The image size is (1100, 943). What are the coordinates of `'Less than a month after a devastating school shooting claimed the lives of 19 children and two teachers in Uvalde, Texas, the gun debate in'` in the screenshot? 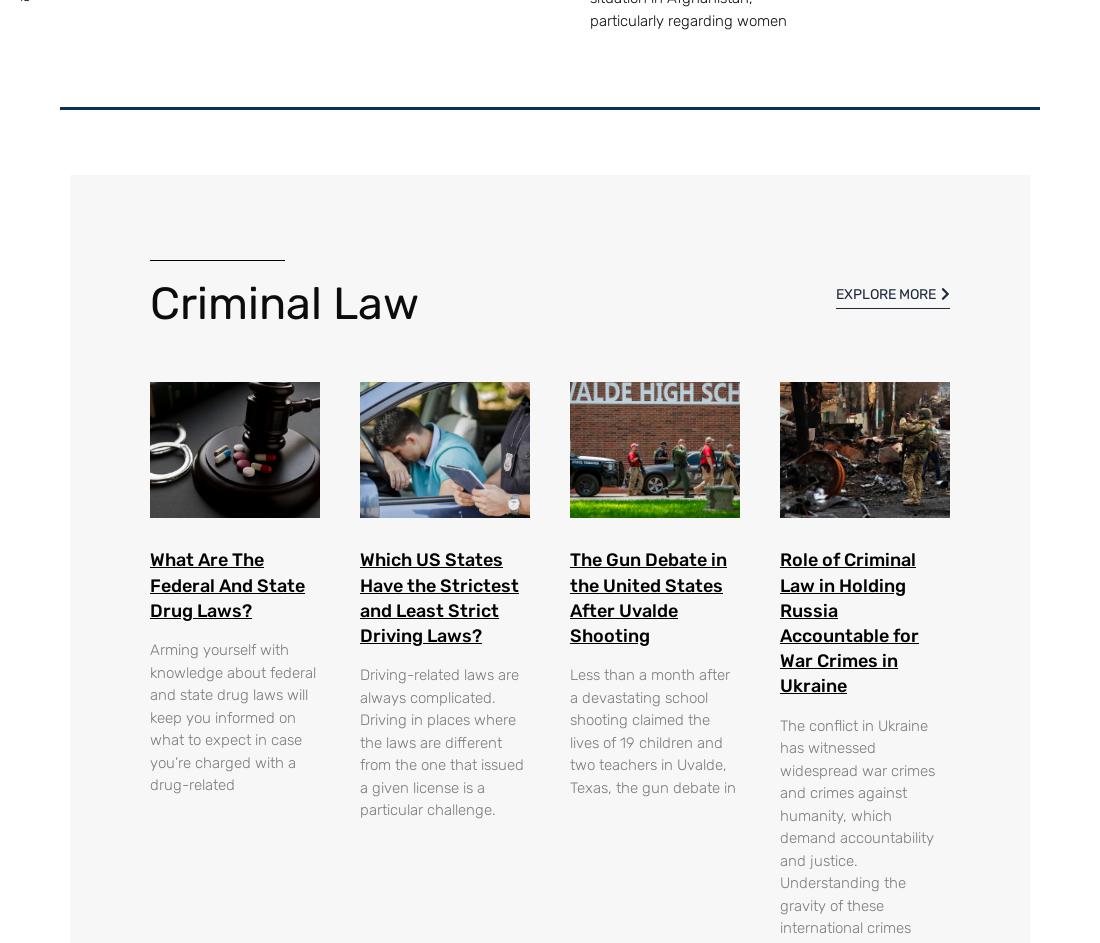 It's located at (652, 730).